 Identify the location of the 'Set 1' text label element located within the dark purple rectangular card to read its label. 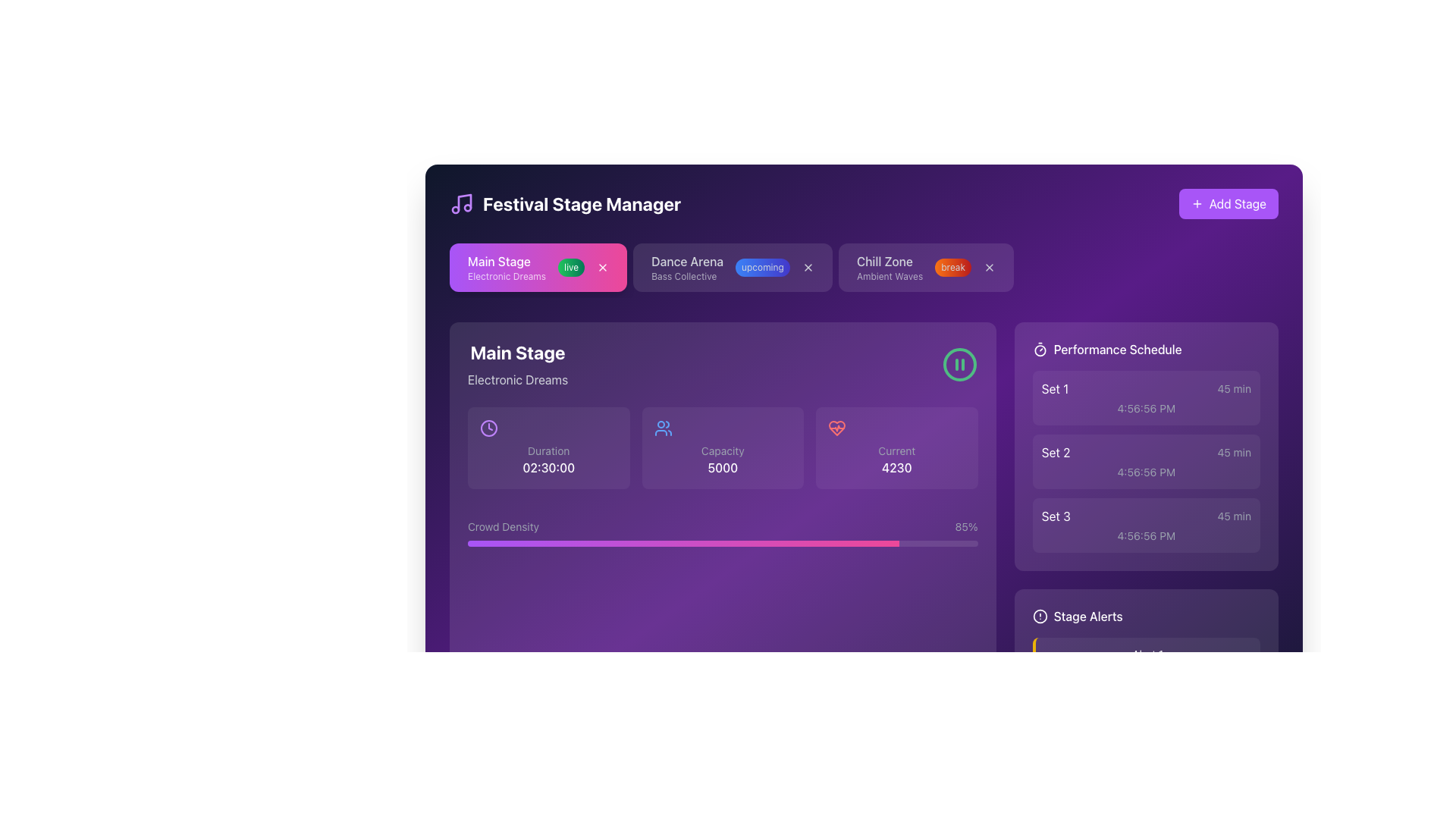
(1054, 388).